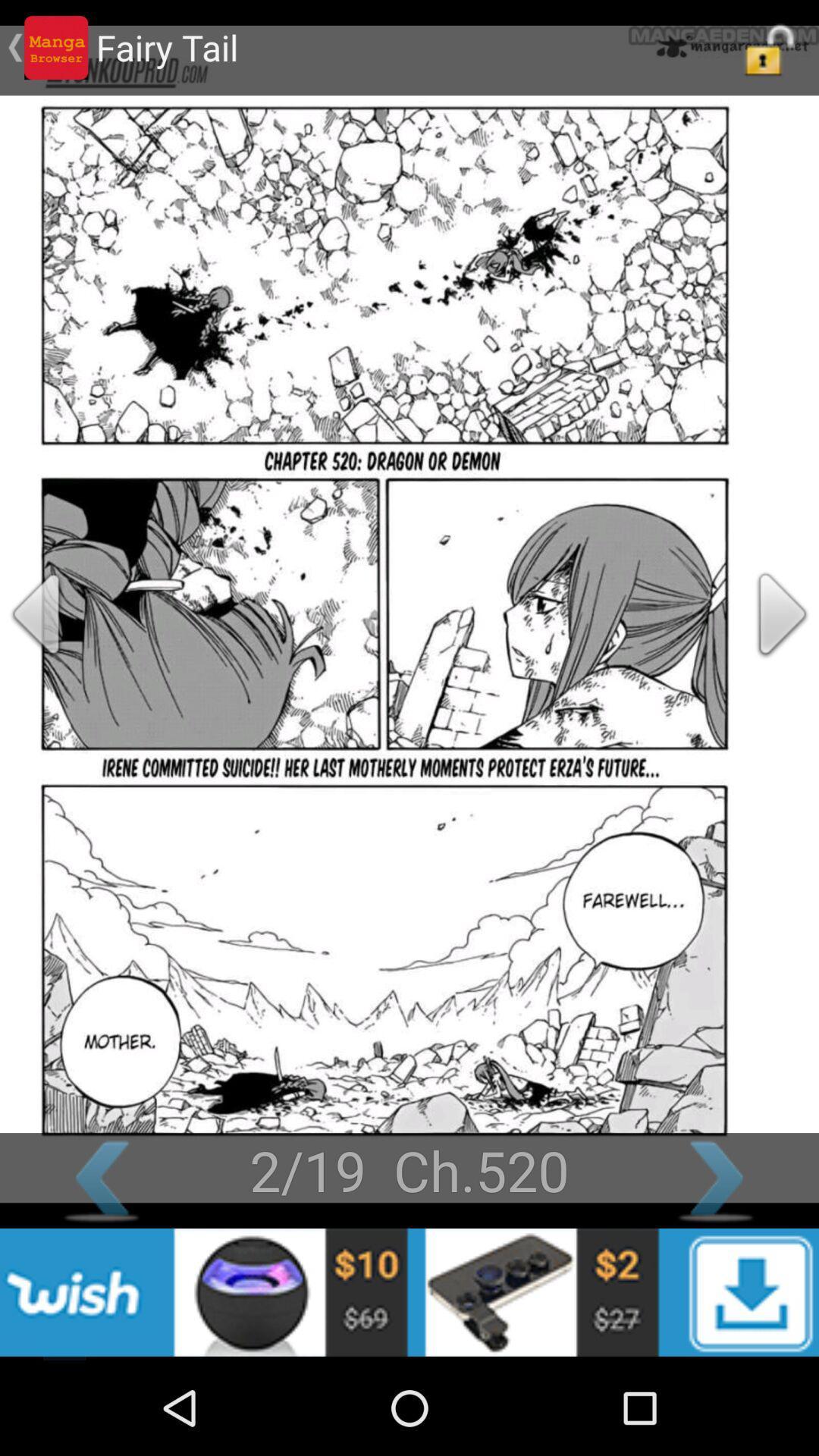 The width and height of the screenshot is (819, 1456). What do you see at coordinates (759, 657) in the screenshot?
I see `the play icon` at bounding box center [759, 657].